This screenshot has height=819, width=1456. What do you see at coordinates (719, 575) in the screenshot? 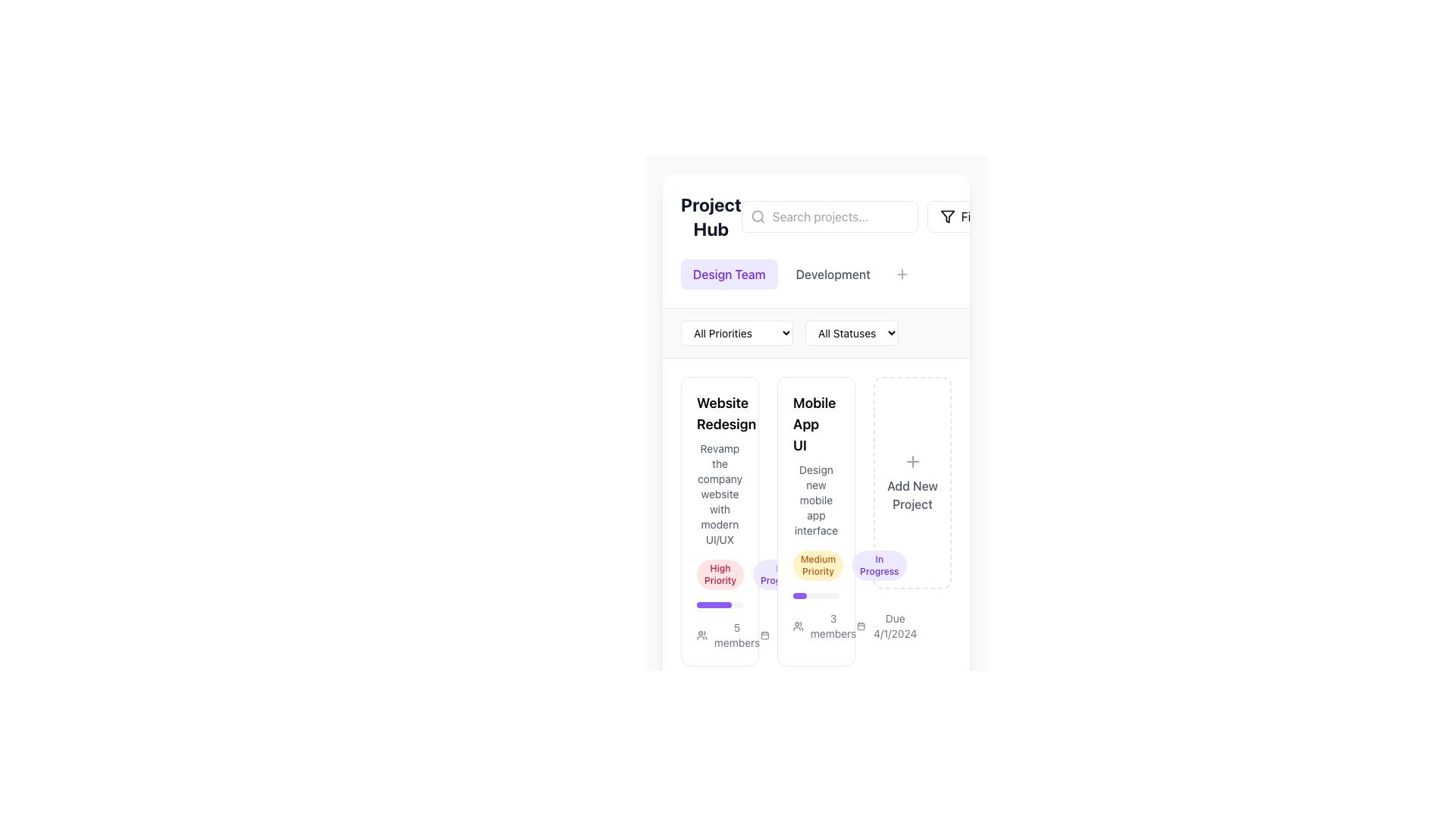
I see `the high priority tag or label located within the 'Website Redesign' project card in the 'Project Hub' interface, positioned to the left of the 'In Progress' label` at bounding box center [719, 575].